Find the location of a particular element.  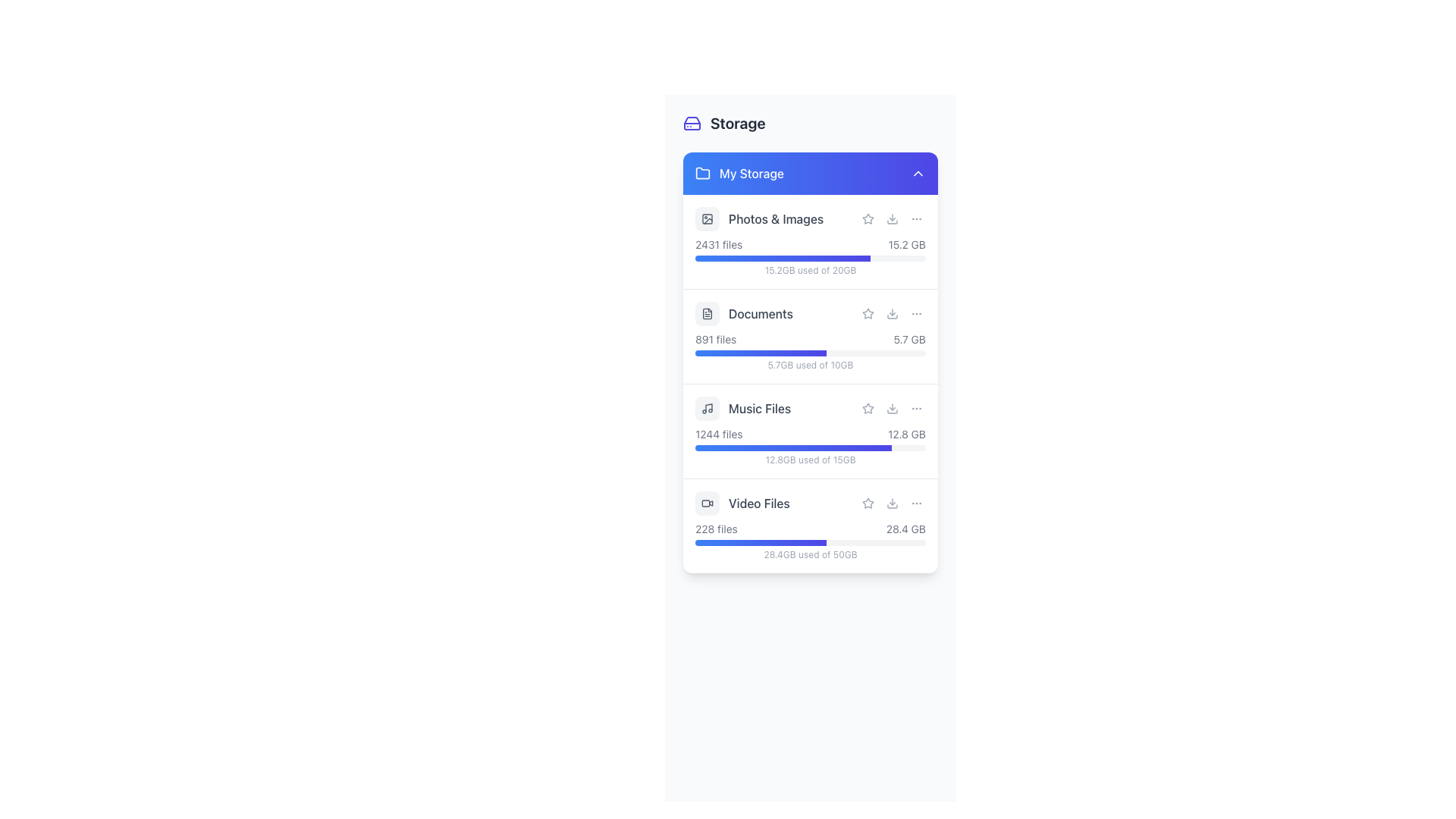

the Text Label displaying the storage space used for the 'Documents' category, which shows '5.7 GB' and is positioned to the right of '891 files' is located at coordinates (909, 338).